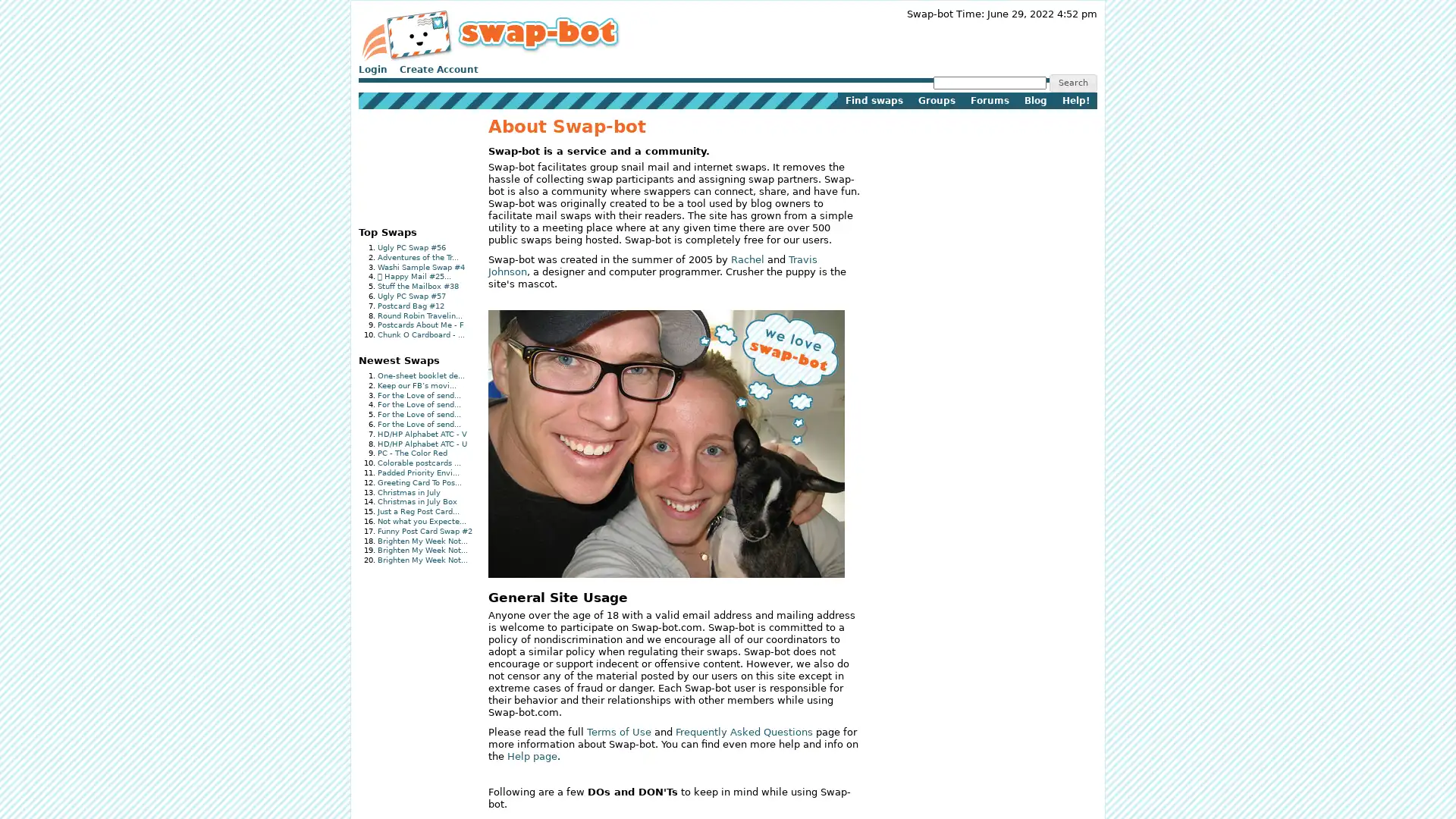 Image resolution: width=1456 pixels, height=819 pixels. I want to click on Search, so click(1072, 83).